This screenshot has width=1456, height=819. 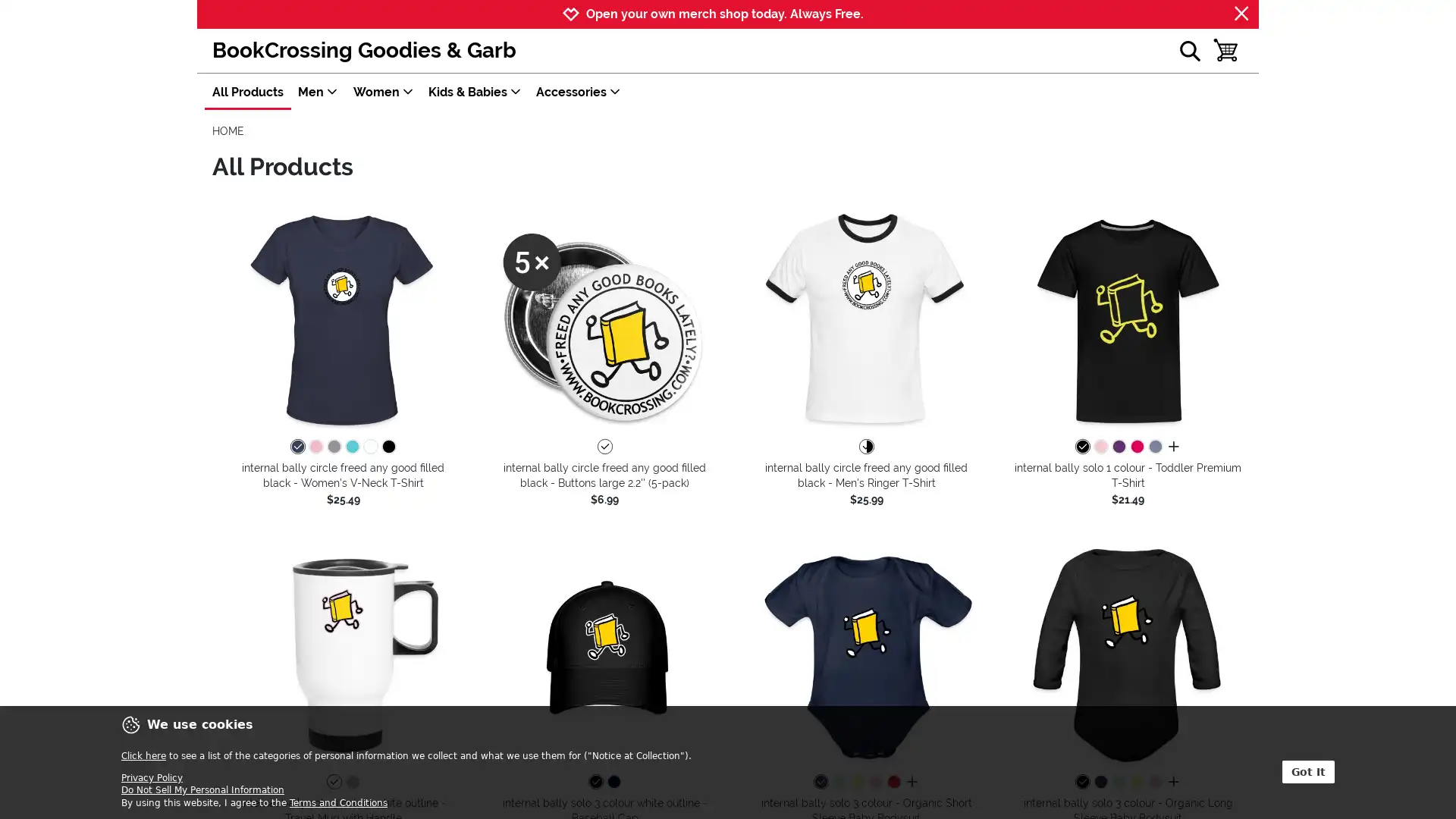 What do you see at coordinates (1081, 783) in the screenshot?
I see `black` at bounding box center [1081, 783].